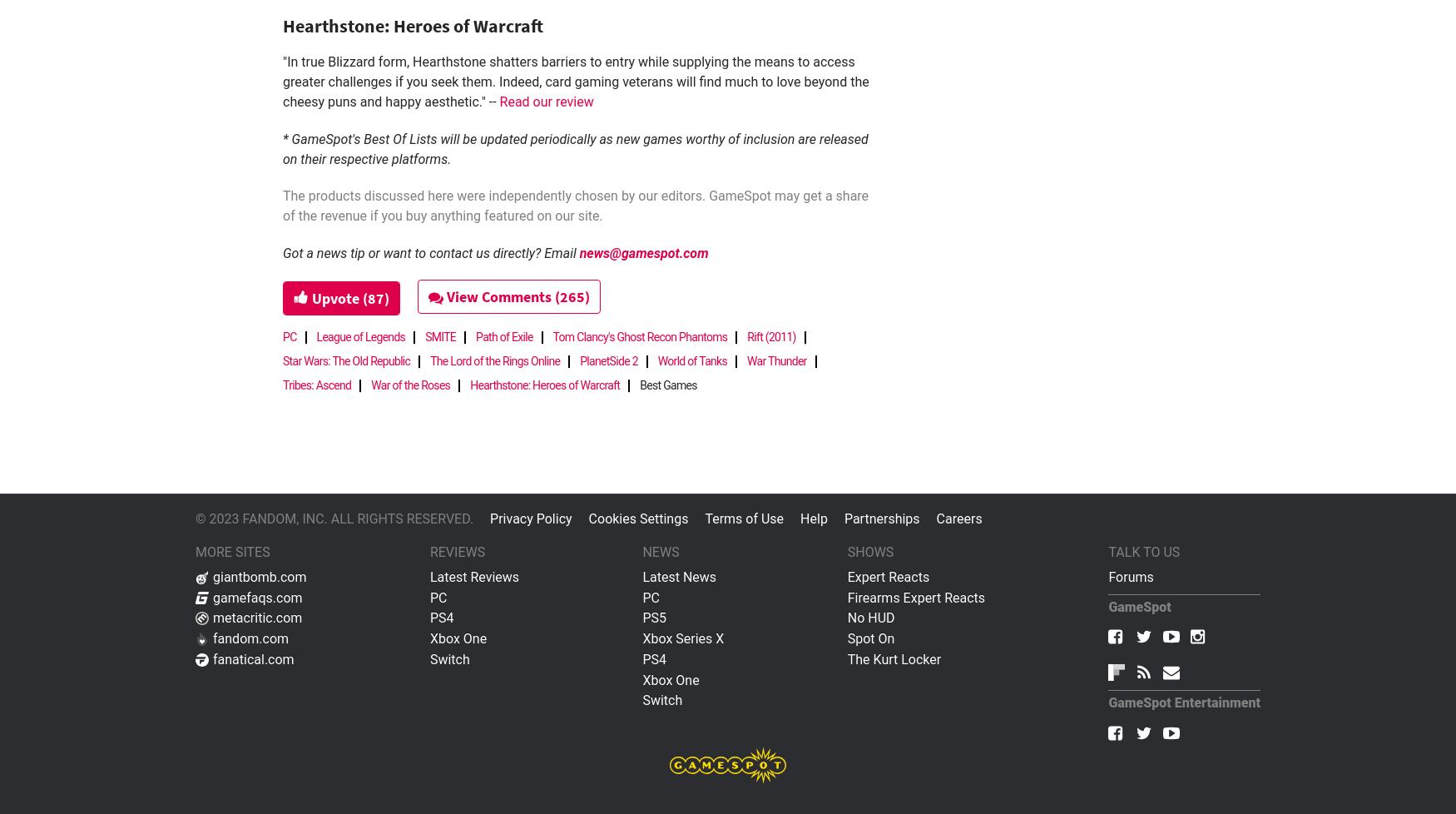 The width and height of the screenshot is (1456, 814). I want to click on '© 2023 FANDOM, INC. ALL RIGHTS RESERVED.', so click(196, 518).